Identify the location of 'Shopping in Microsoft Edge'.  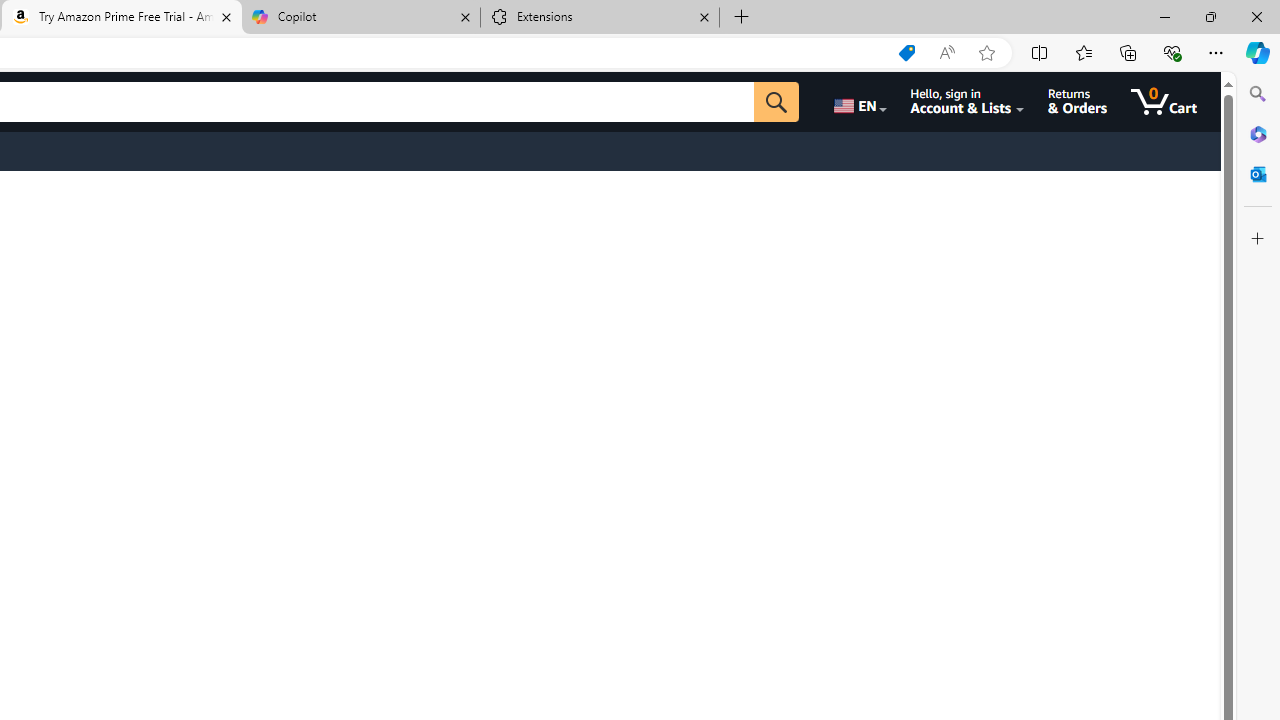
(905, 52).